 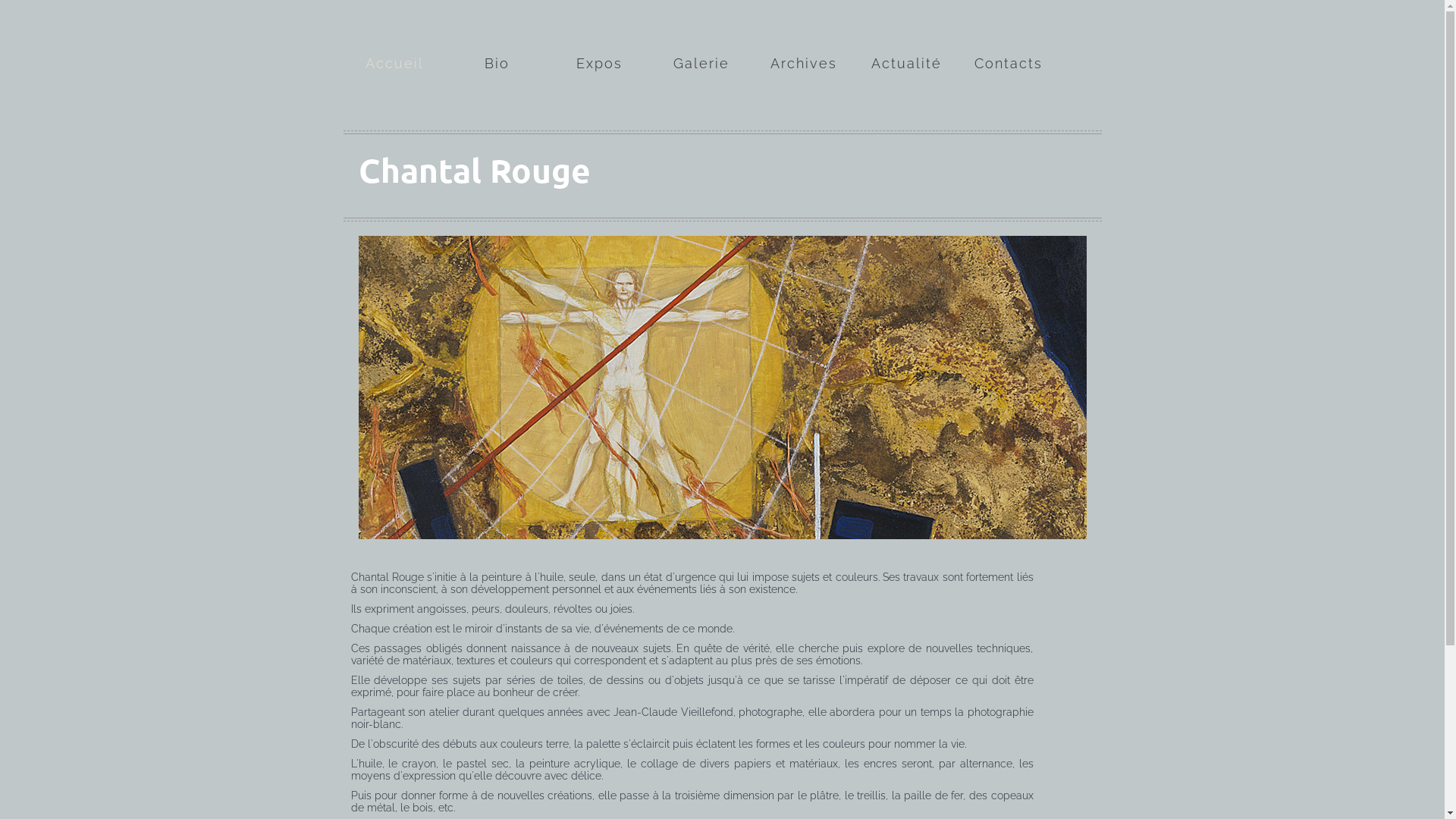 What do you see at coordinates (1008, 41) in the screenshot?
I see `'Contacts'` at bounding box center [1008, 41].